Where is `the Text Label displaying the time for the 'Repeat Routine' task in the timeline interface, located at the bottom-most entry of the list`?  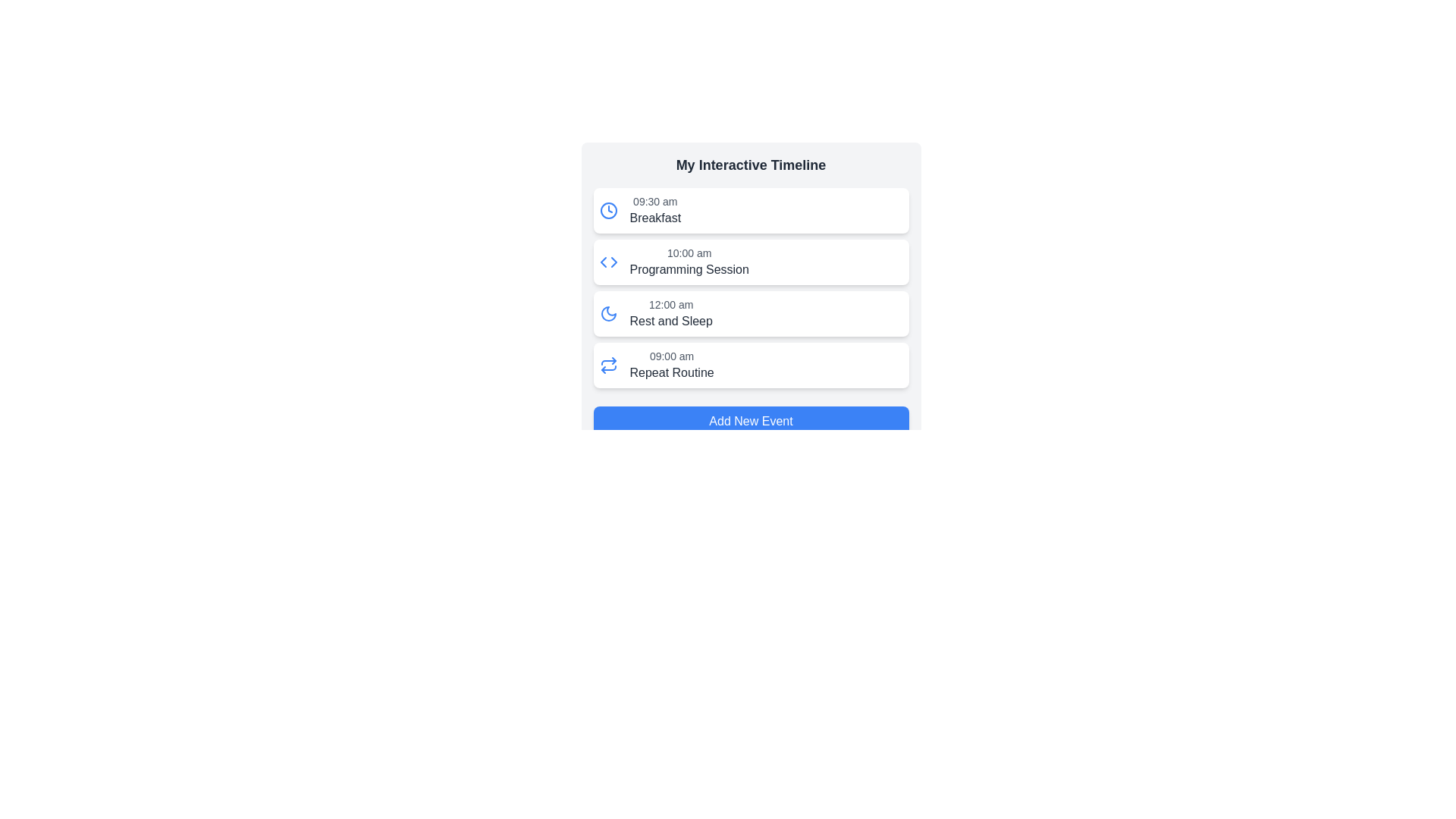 the Text Label displaying the time for the 'Repeat Routine' task in the timeline interface, located at the bottom-most entry of the list is located at coordinates (671, 356).